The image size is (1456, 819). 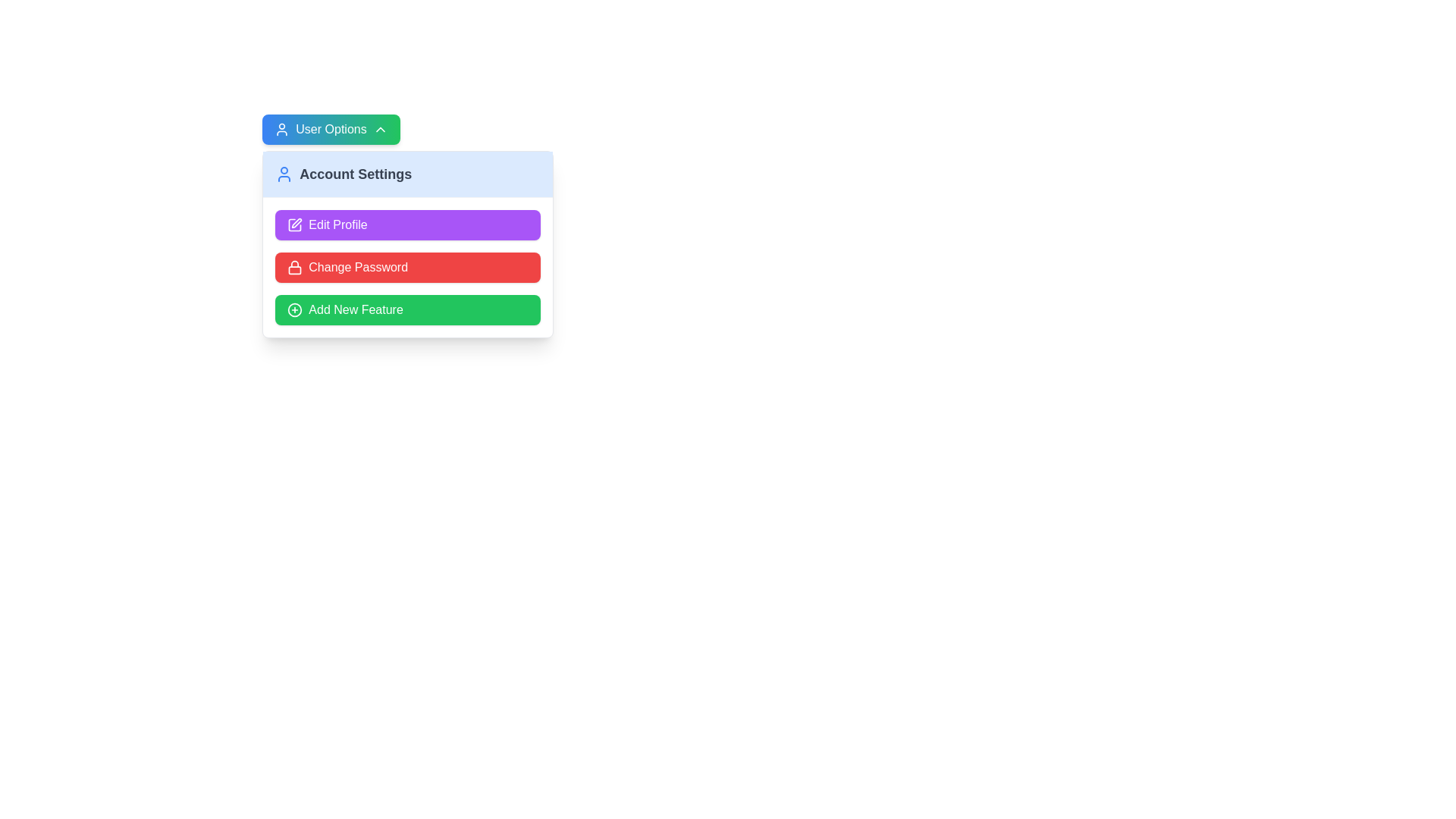 I want to click on the static descriptive label indicating the 'Account Settings' section in the dropdown menu, located below the 'User Options' button, so click(x=408, y=174).